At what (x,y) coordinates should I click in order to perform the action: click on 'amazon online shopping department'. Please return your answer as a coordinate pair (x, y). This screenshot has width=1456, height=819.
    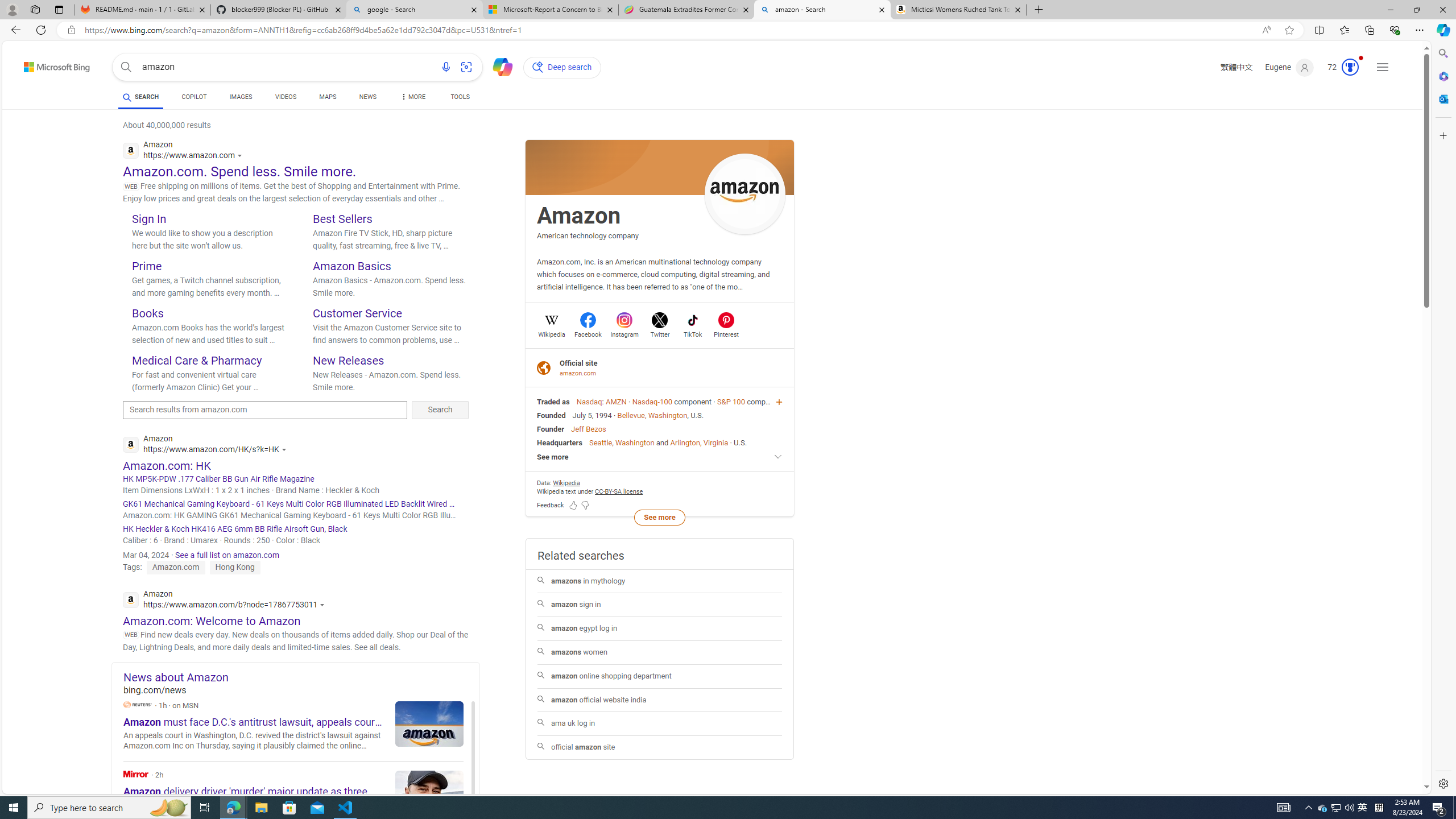
    Looking at the image, I should click on (659, 676).